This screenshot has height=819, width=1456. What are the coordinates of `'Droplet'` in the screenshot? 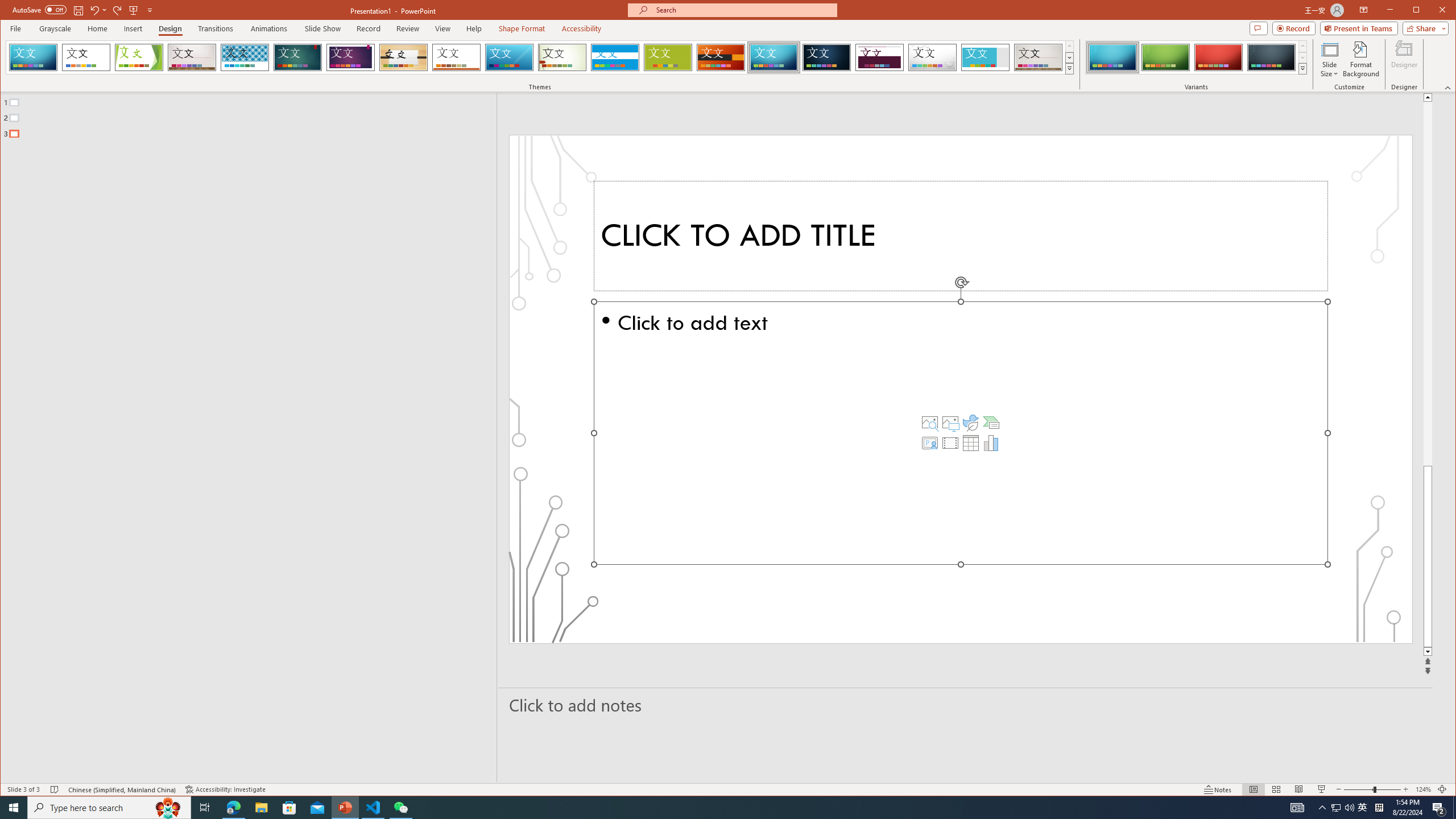 It's located at (932, 57).